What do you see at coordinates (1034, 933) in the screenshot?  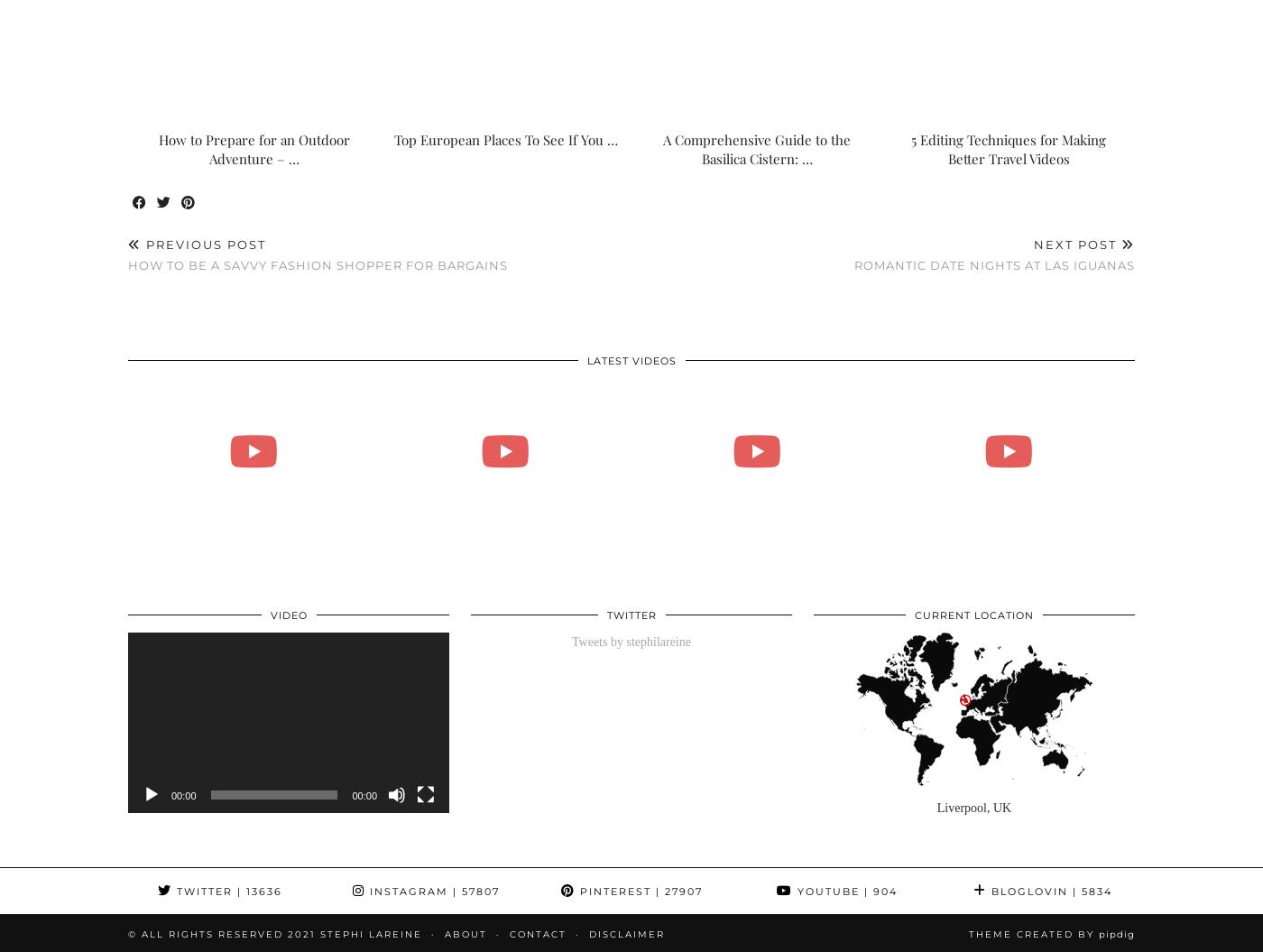 I see `'Theme Created by'` at bounding box center [1034, 933].